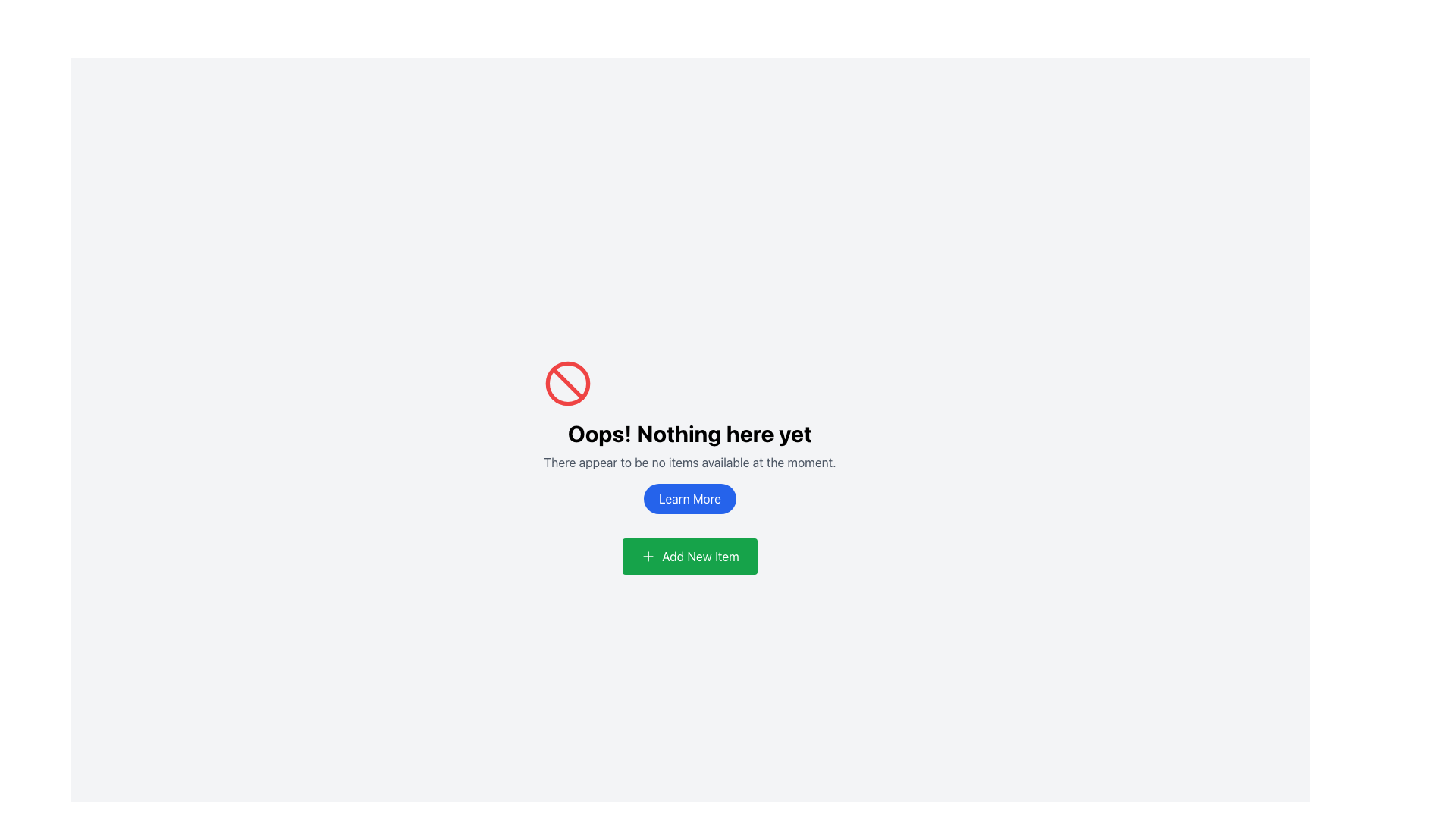 This screenshot has width=1456, height=819. Describe the element at coordinates (567, 382) in the screenshot. I see `the red prohibition icon, which is a circular shape with a diagonal slash, located above the bold text 'Oops! Nothing here yet'` at that location.